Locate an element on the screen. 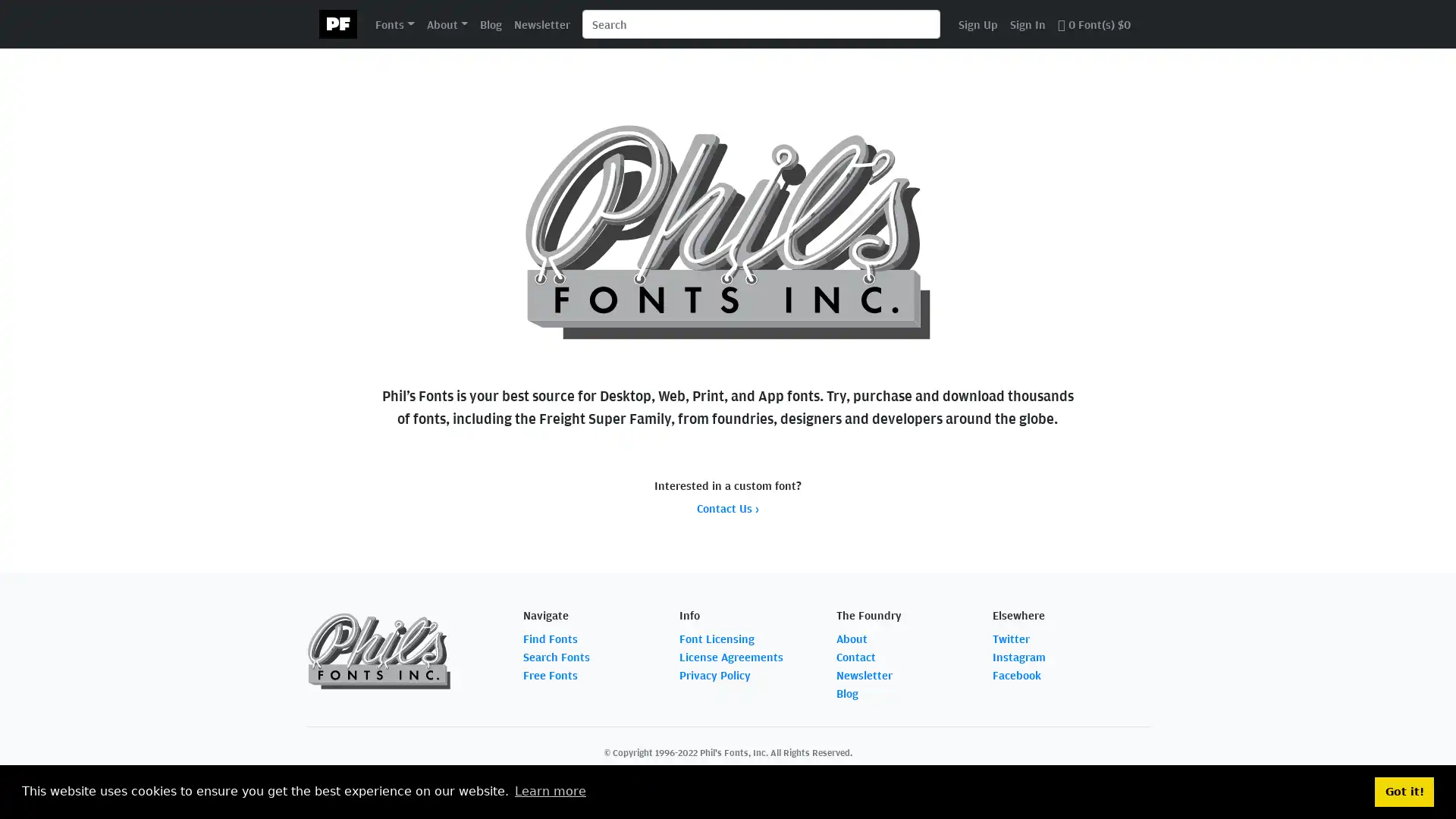  About is located at coordinates (446, 23).